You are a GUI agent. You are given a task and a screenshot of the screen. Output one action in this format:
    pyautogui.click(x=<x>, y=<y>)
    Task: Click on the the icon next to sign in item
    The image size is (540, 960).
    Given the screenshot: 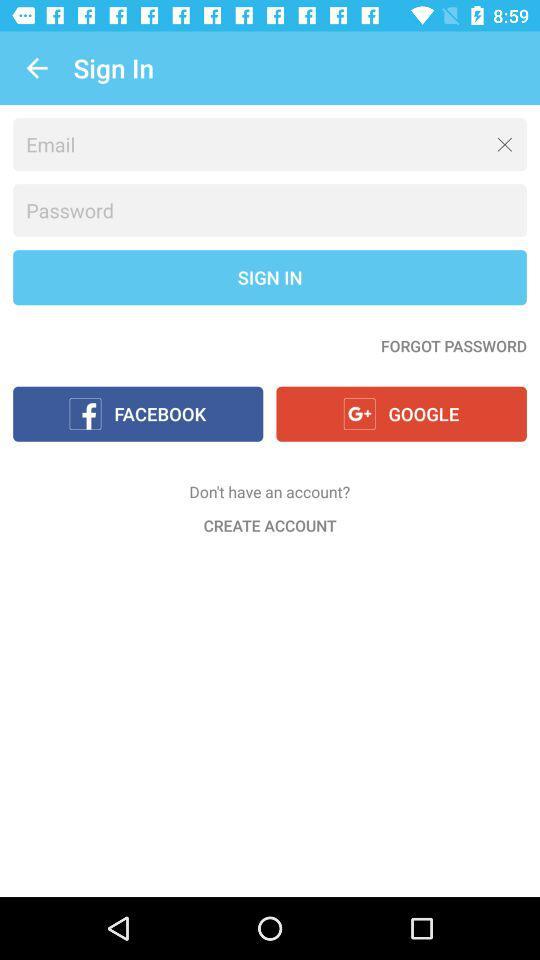 What is the action you would take?
    pyautogui.click(x=36, y=68)
    